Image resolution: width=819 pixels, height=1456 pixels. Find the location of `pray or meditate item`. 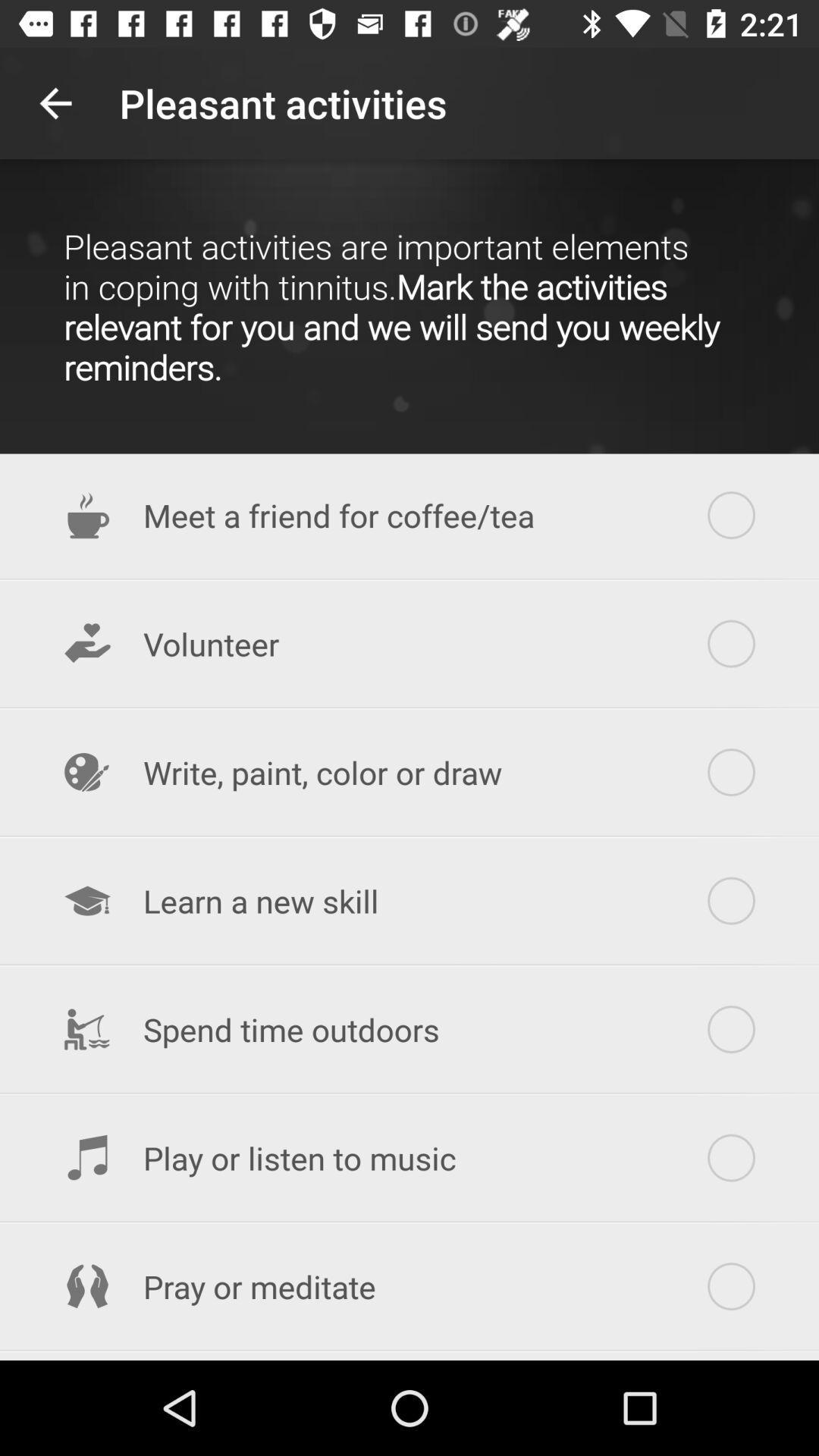

pray or meditate item is located at coordinates (409, 1285).